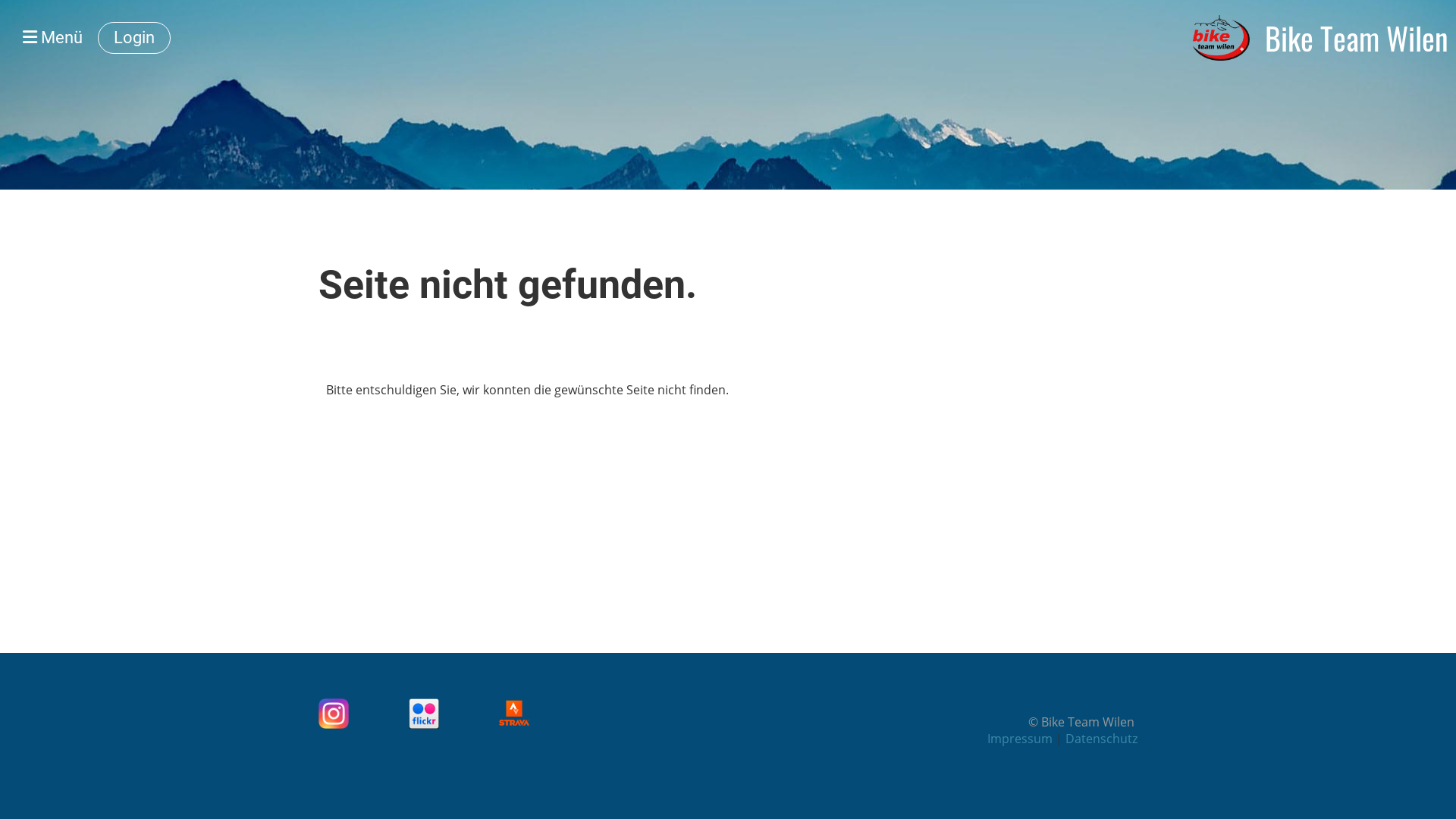  I want to click on 'Bike Team Wilen', so click(1357, 37).